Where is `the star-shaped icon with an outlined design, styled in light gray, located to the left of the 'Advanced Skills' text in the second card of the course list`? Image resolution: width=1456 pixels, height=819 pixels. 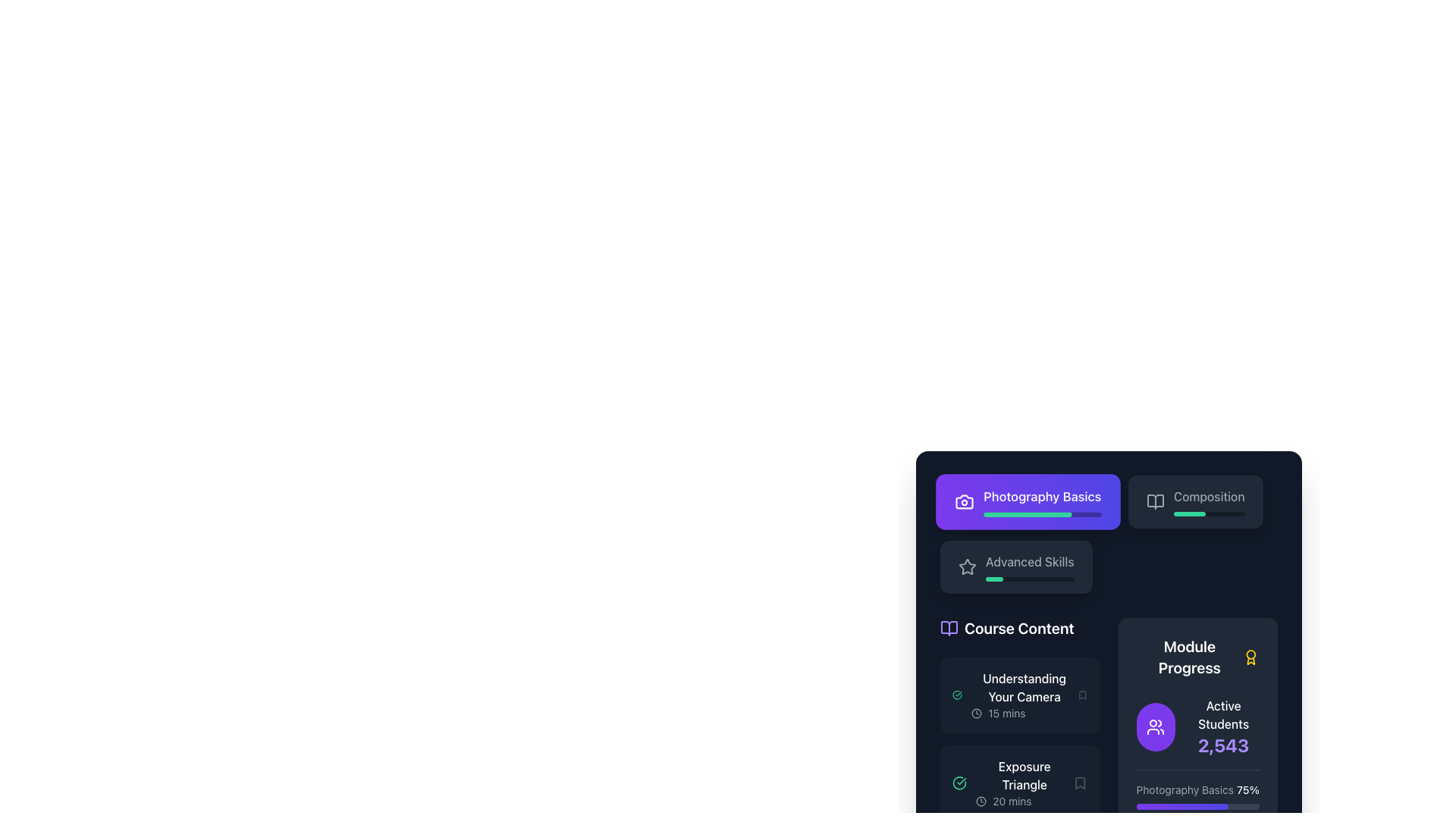 the star-shaped icon with an outlined design, styled in light gray, located to the left of the 'Advanced Skills' text in the second card of the course list is located at coordinates (967, 567).